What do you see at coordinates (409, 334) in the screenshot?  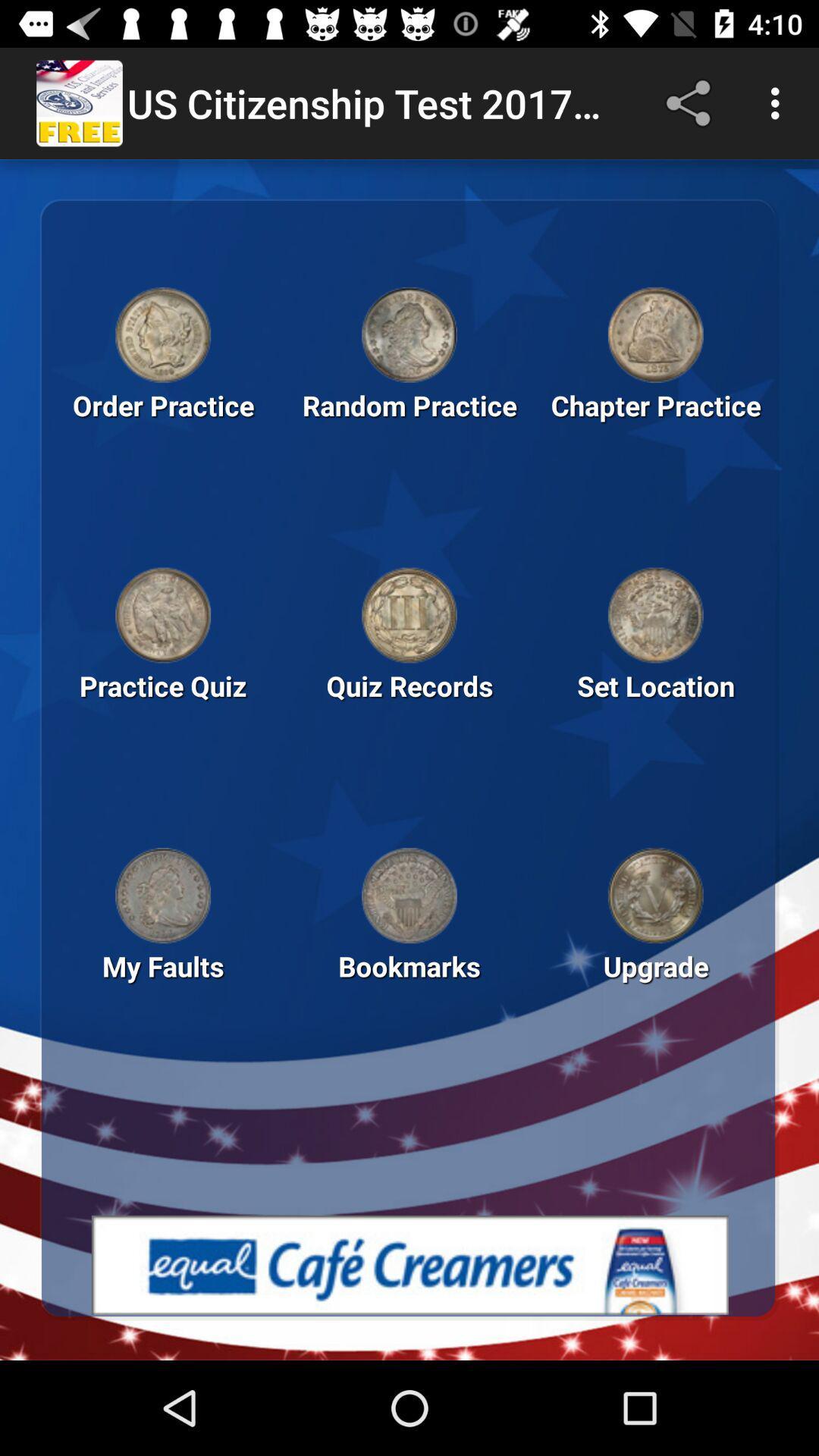 I see `the avatar icon` at bounding box center [409, 334].